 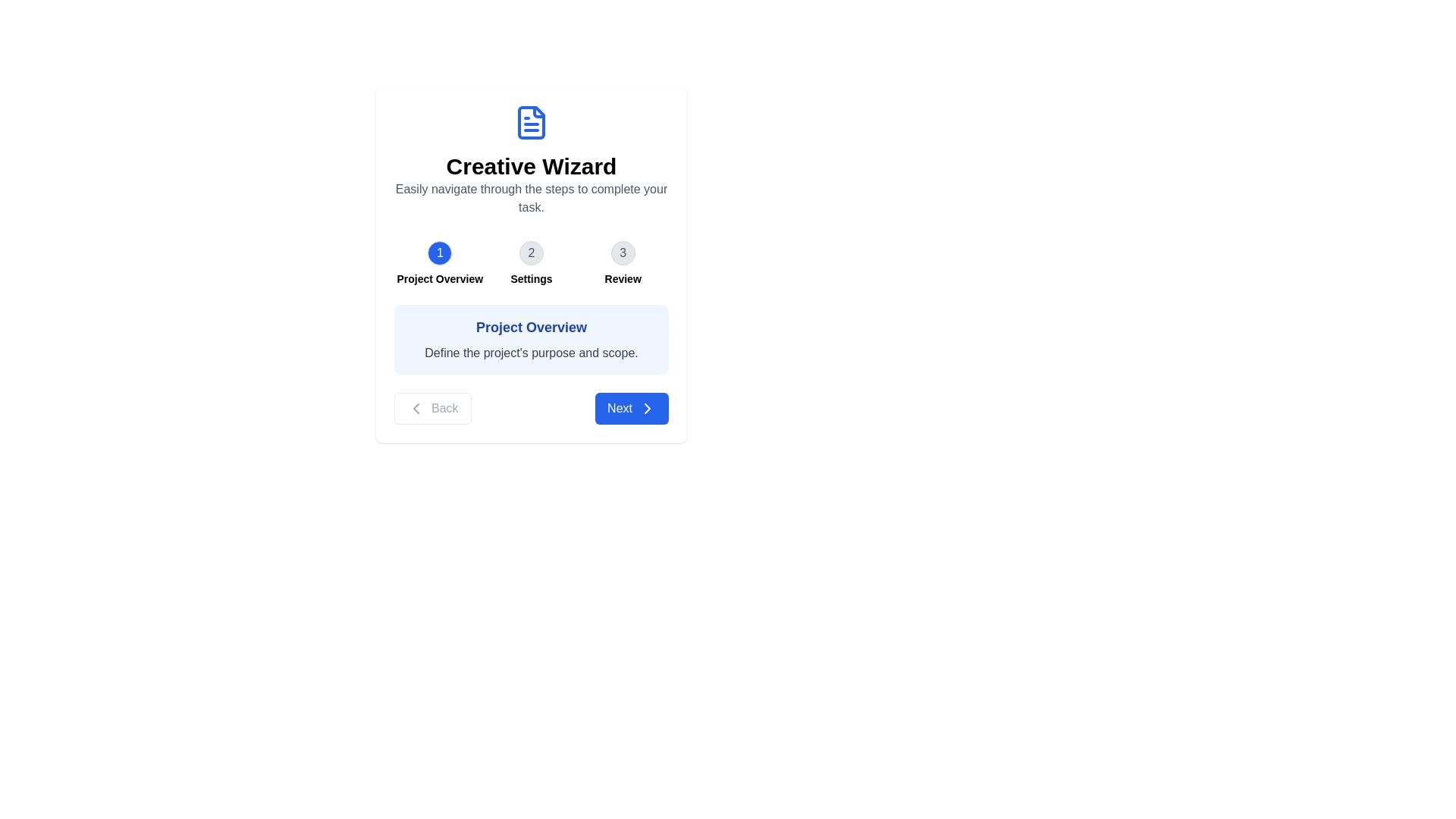 I want to click on the small rightward-pointing chevron arrow icon located on the right side of the 'Next' button, so click(x=648, y=408).